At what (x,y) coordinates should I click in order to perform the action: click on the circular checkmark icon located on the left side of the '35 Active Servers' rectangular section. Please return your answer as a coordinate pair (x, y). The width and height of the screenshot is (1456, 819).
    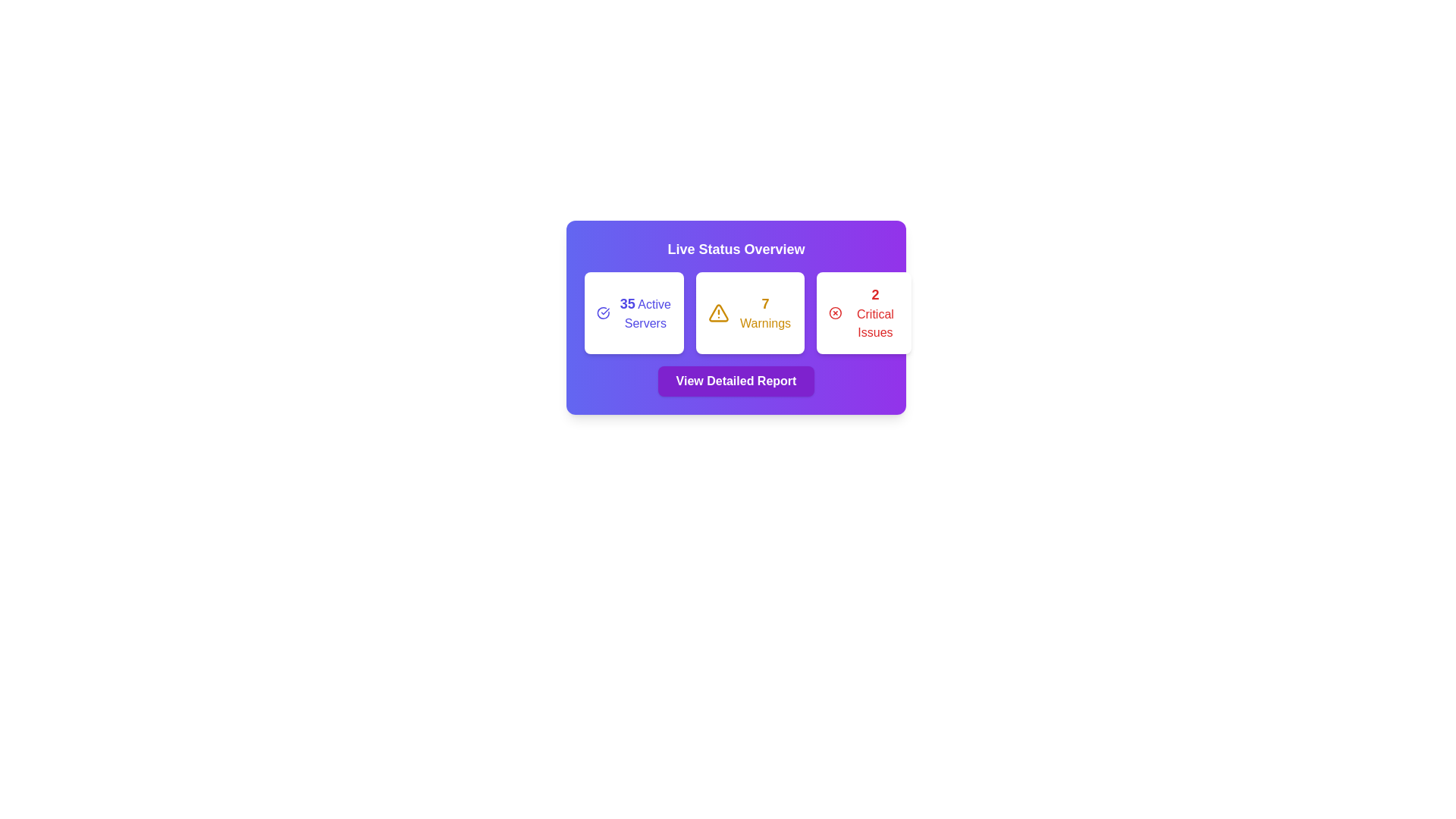
    Looking at the image, I should click on (602, 312).